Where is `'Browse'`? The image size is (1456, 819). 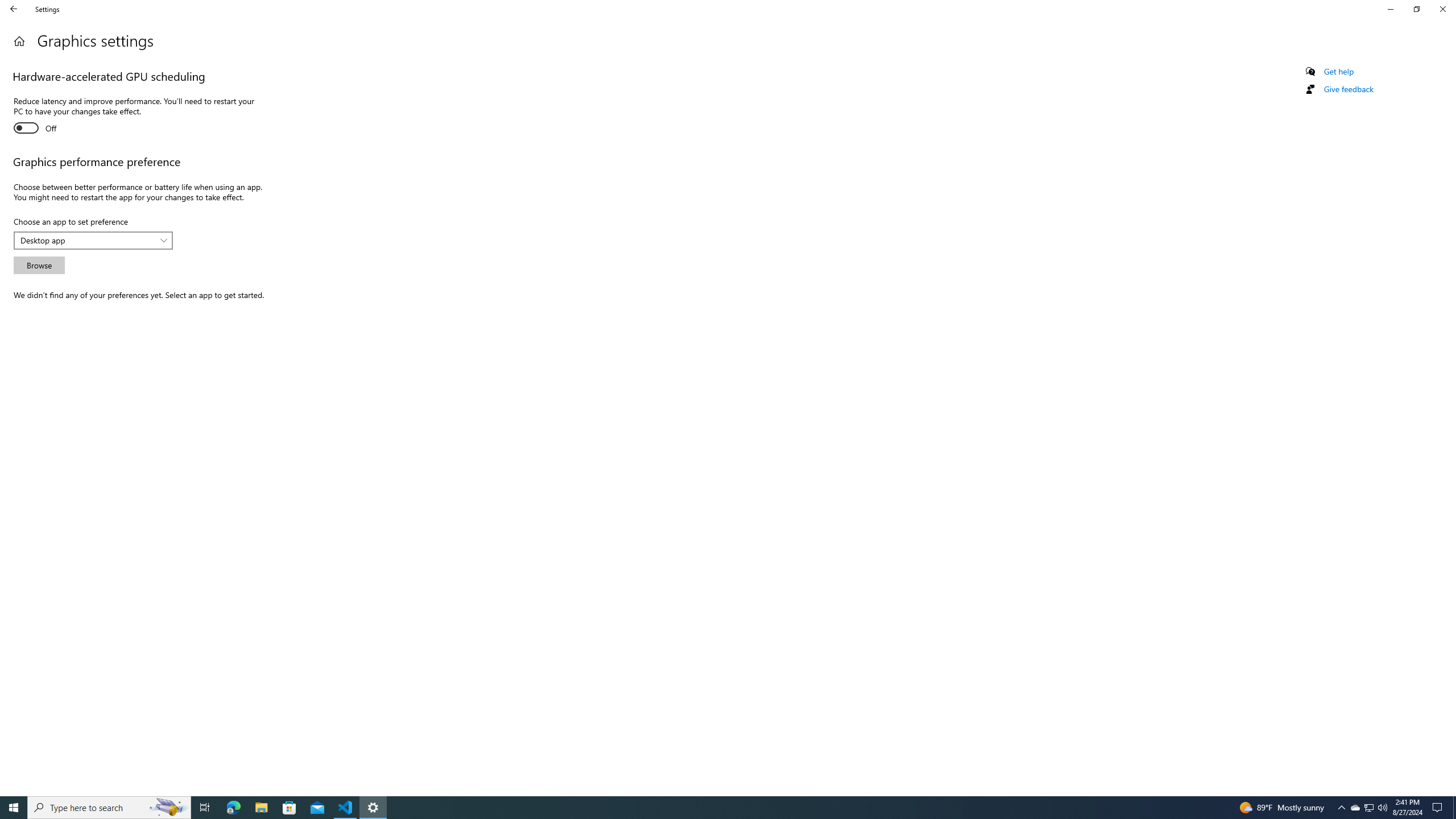 'Browse' is located at coordinates (39, 265).